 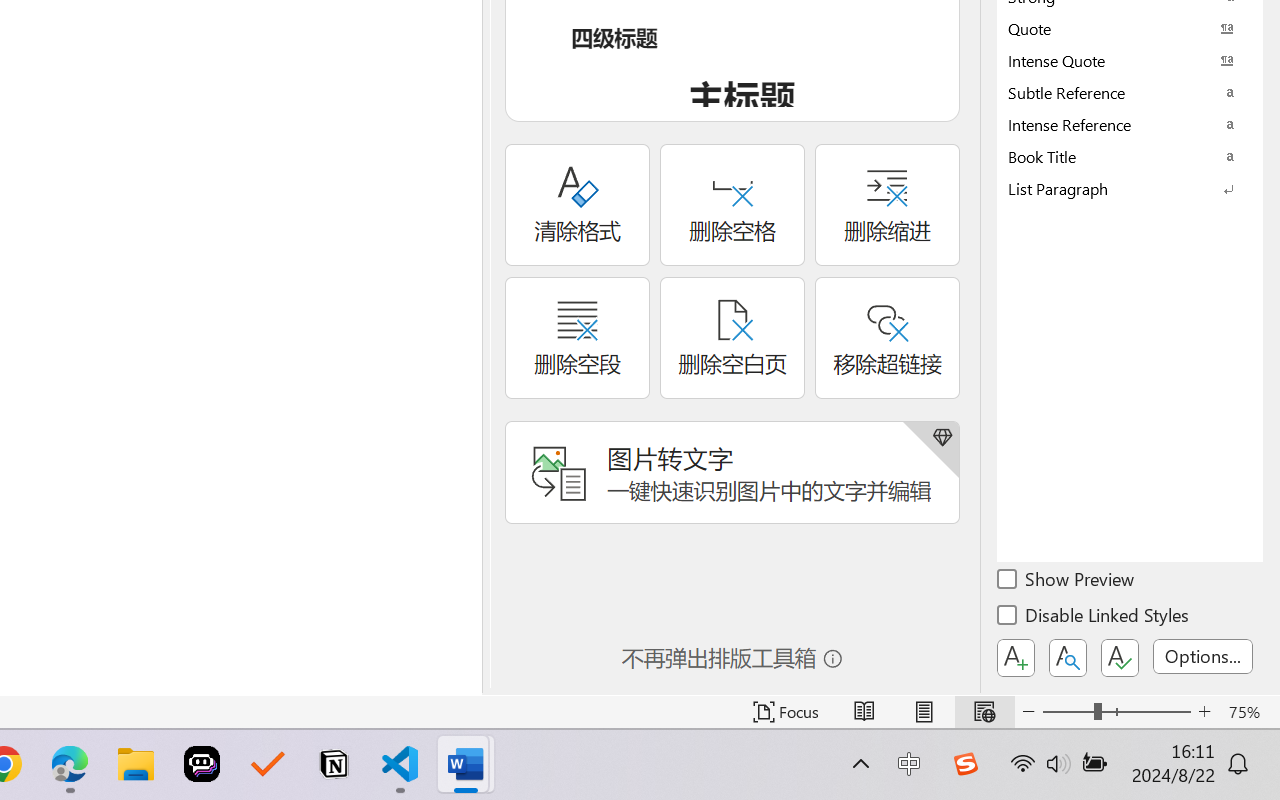 I want to click on 'Class: NetUIButton', so click(x=1120, y=657).